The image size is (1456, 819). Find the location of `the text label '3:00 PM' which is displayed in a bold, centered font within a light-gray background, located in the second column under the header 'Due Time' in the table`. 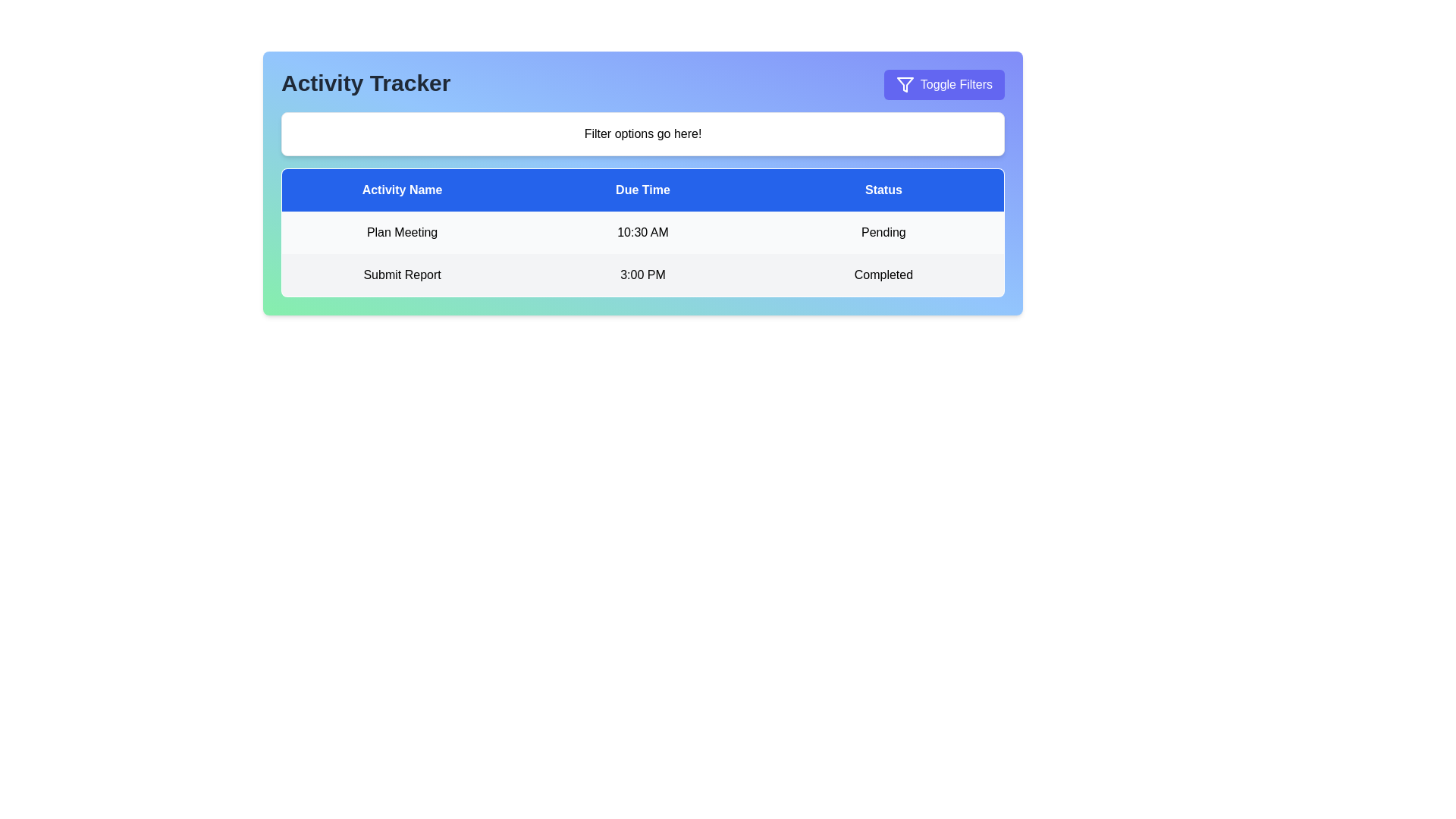

the text label '3:00 PM' which is displayed in a bold, centered font within a light-gray background, located in the second column under the header 'Due Time' in the table is located at coordinates (643, 275).